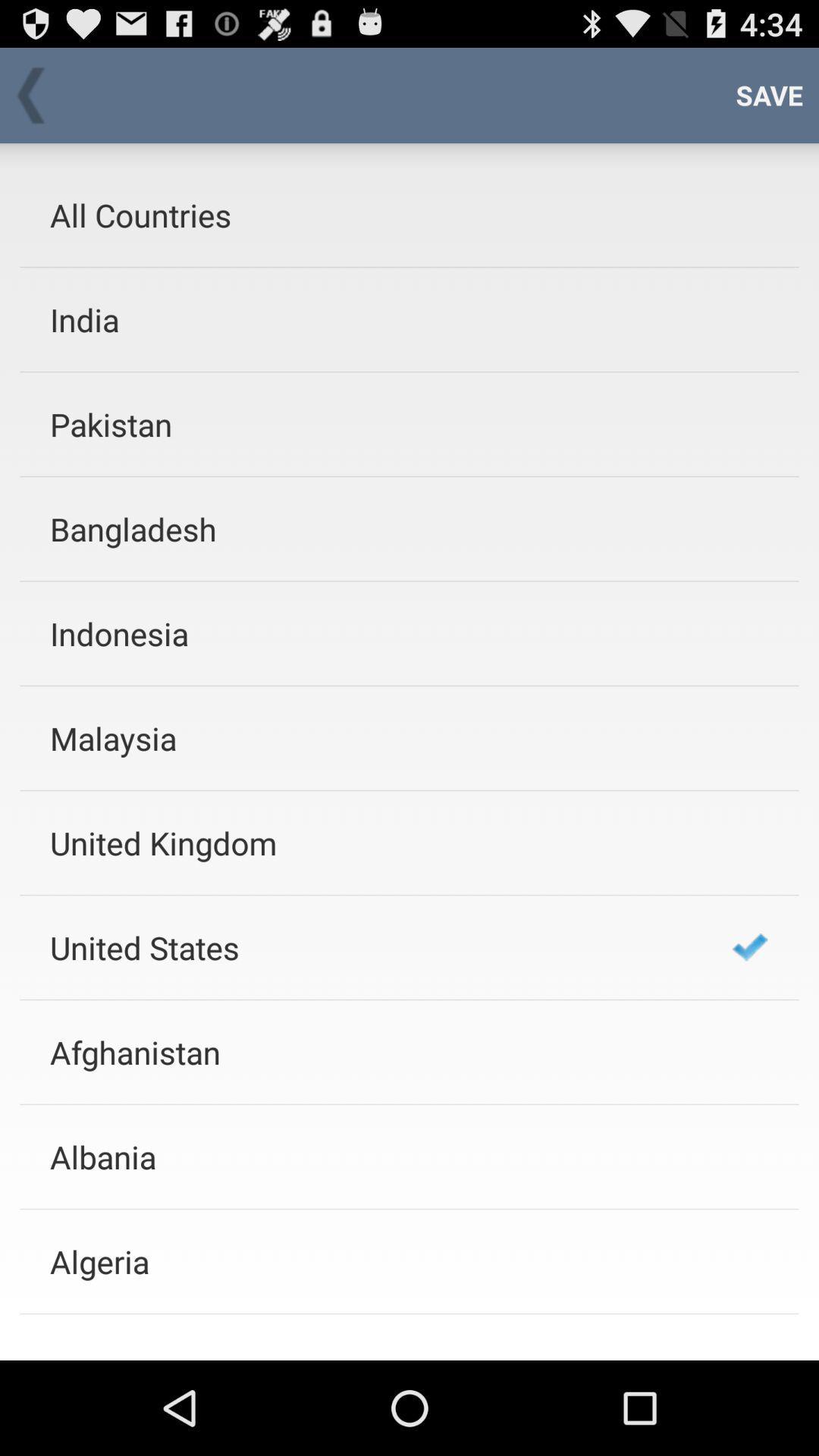 This screenshot has height=1456, width=819. What do you see at coordinates (371, 946) in the screenshot?
I see `item above afghanistan icon` at bounding box center [371, 946].